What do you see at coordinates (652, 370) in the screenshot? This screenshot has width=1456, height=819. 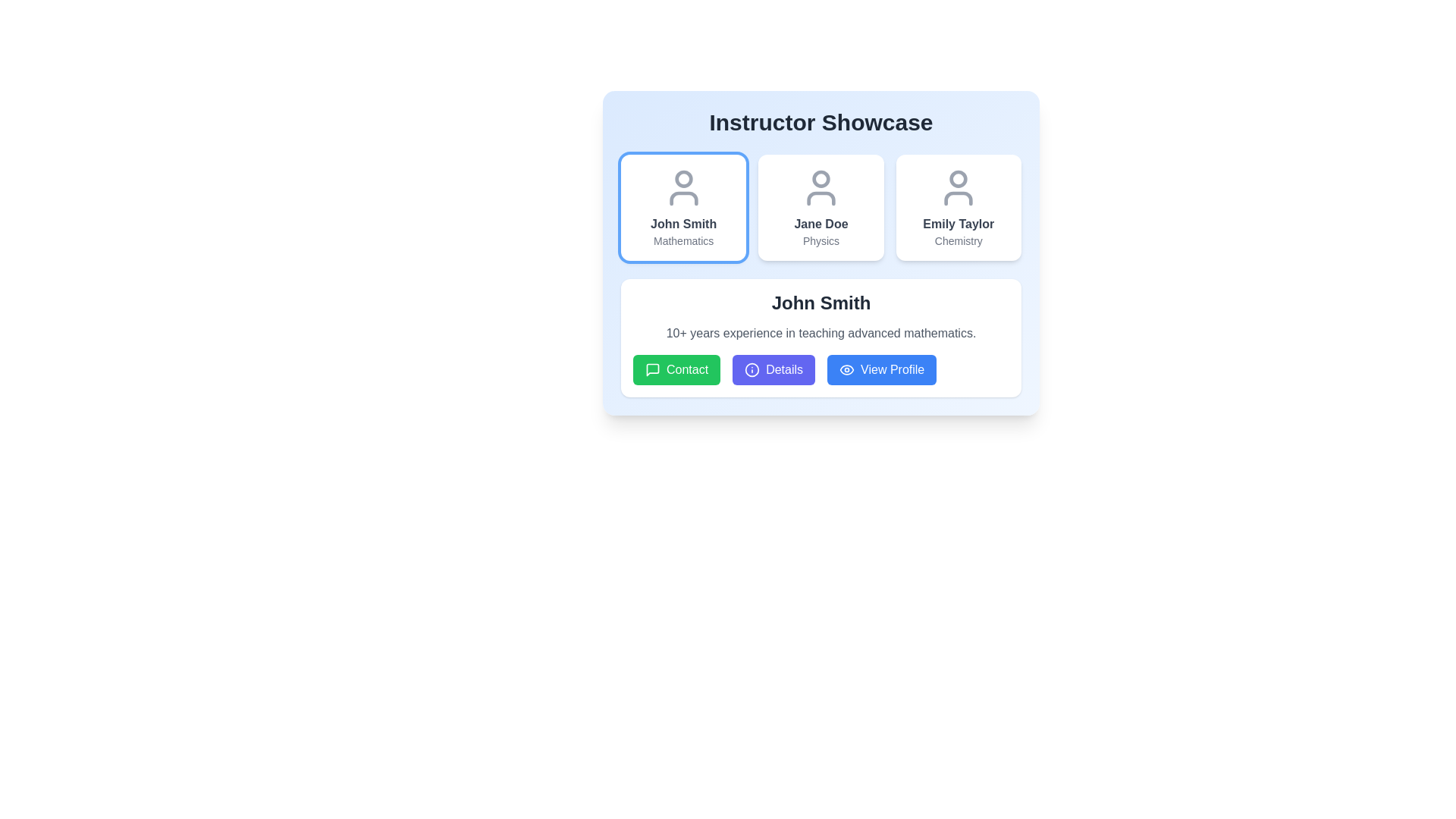 I see `the chat message icon, which is a modern outlined square speech bubble located at the bottom left section of the modal displaying instructor details` at bounding box center [652, 370].